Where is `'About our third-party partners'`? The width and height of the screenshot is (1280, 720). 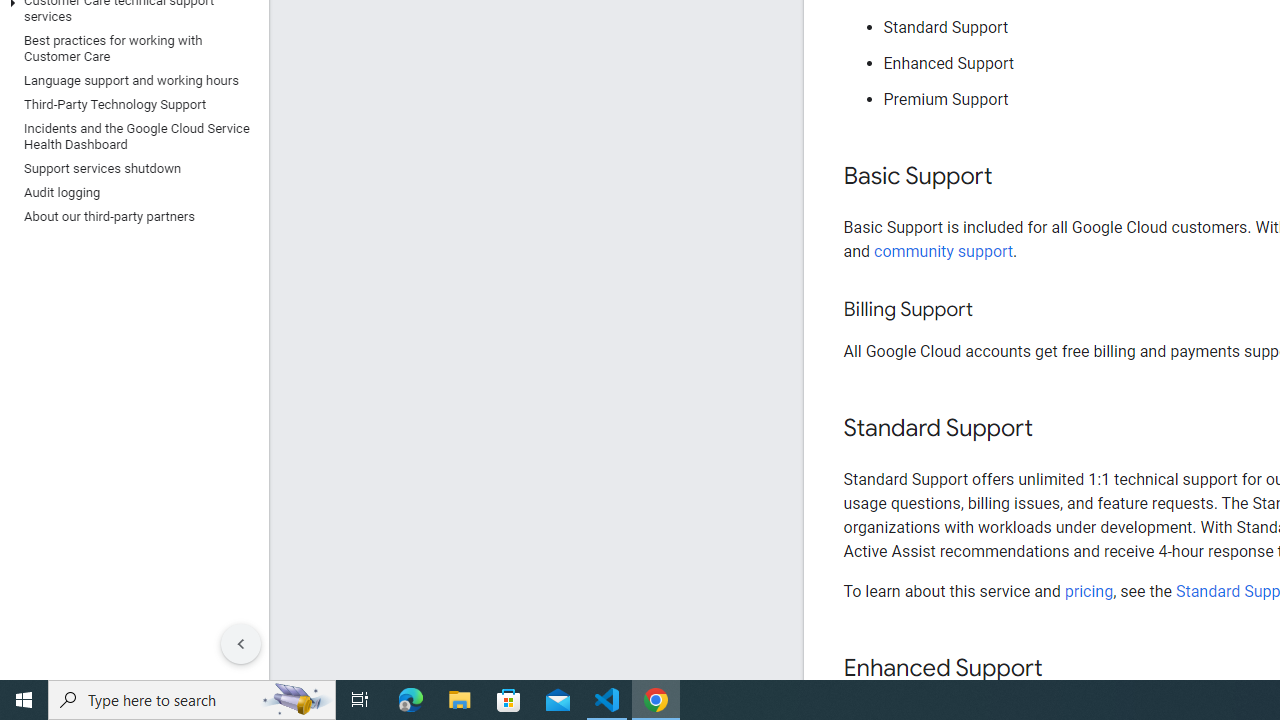
'About our third-party partners' is located at coordinates (129, 217).